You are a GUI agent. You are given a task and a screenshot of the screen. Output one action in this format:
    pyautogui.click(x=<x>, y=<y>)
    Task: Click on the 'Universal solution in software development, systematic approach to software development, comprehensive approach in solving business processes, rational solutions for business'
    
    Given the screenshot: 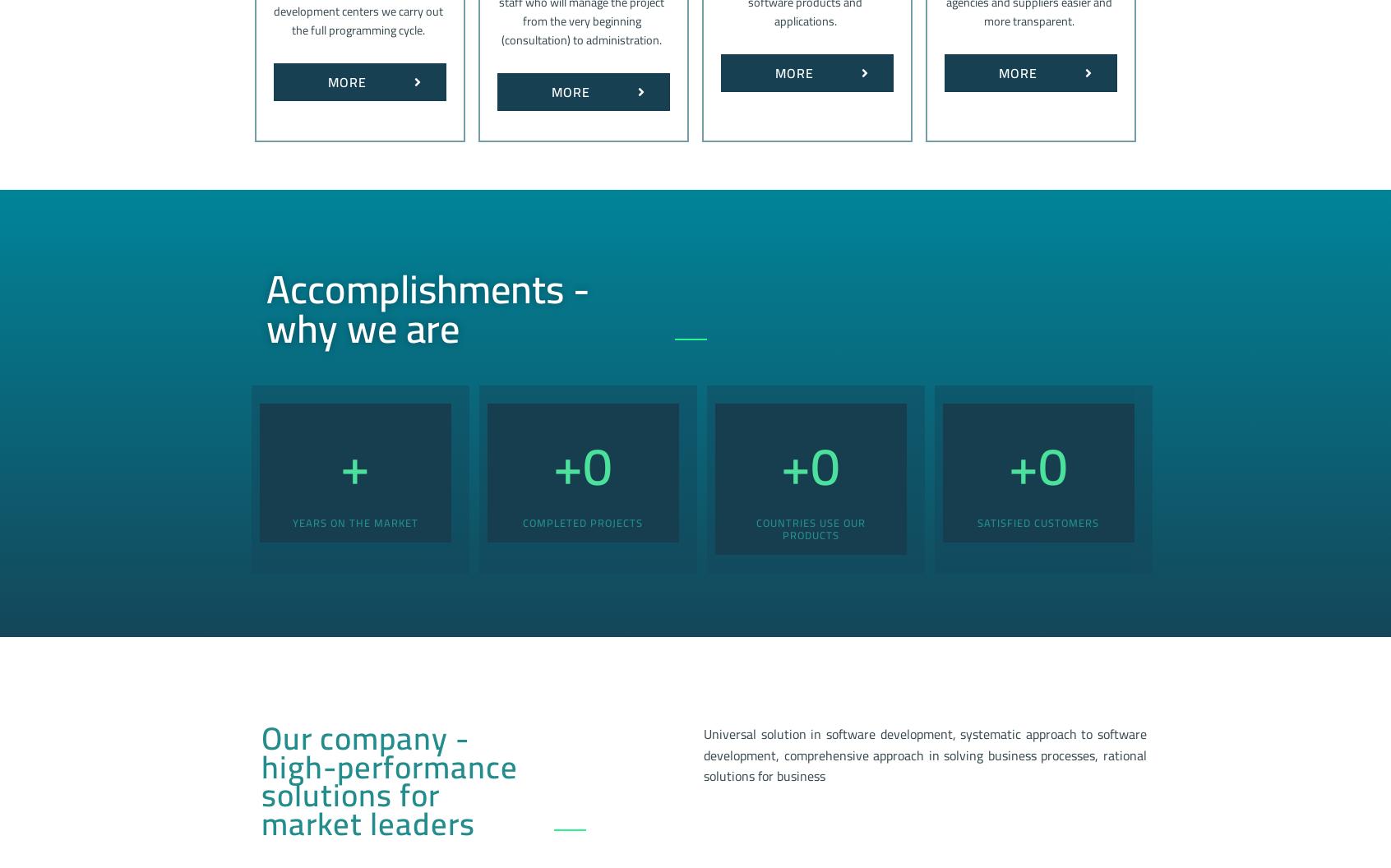 What is the action you would take?
    pyautogui.click(x=925, y=754)
    